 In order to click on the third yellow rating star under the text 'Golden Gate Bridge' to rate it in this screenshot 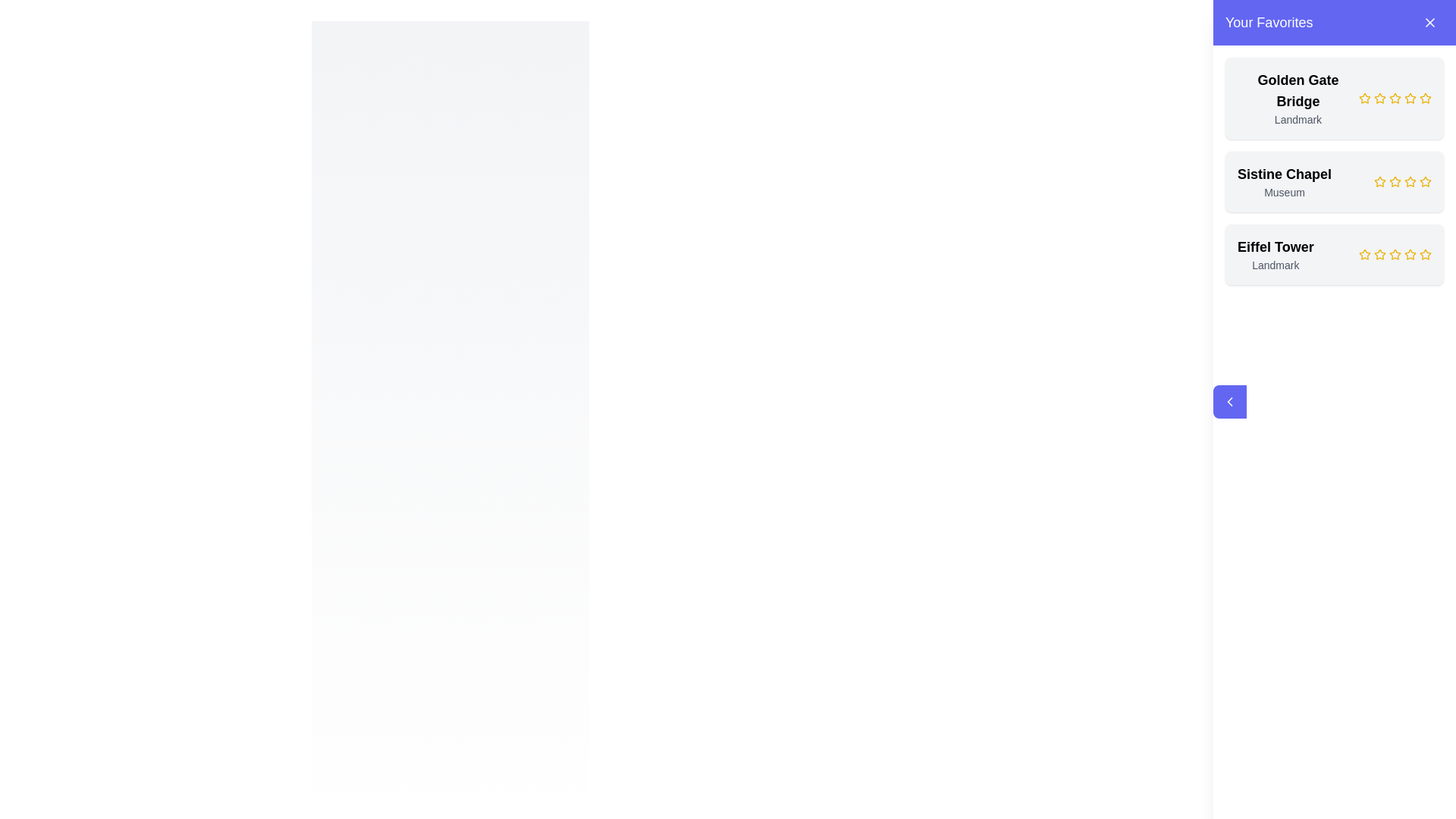, I will do `click(1395, 99)`.